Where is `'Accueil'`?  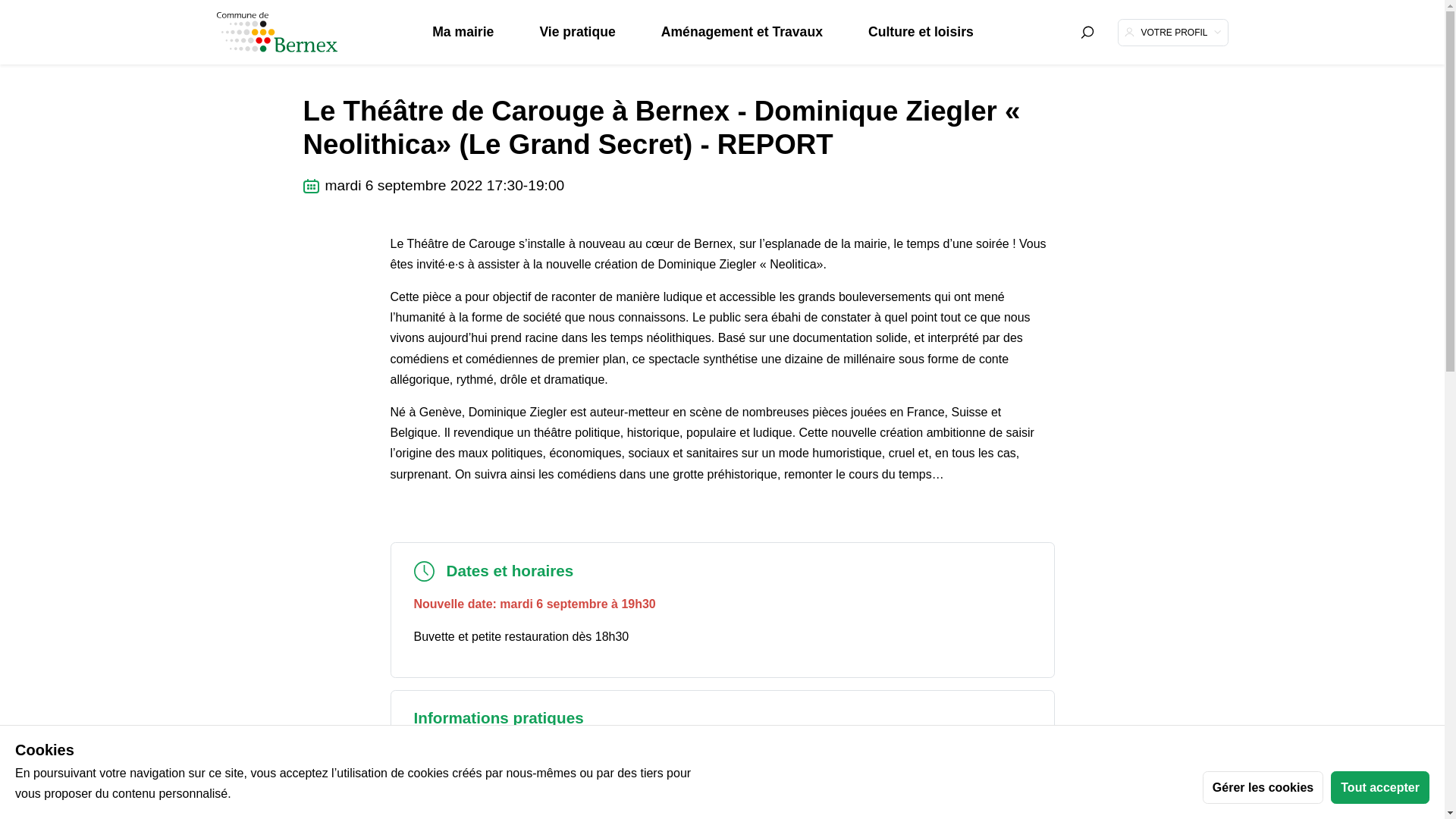 'Accueil' is located at coordinates (315, 40).